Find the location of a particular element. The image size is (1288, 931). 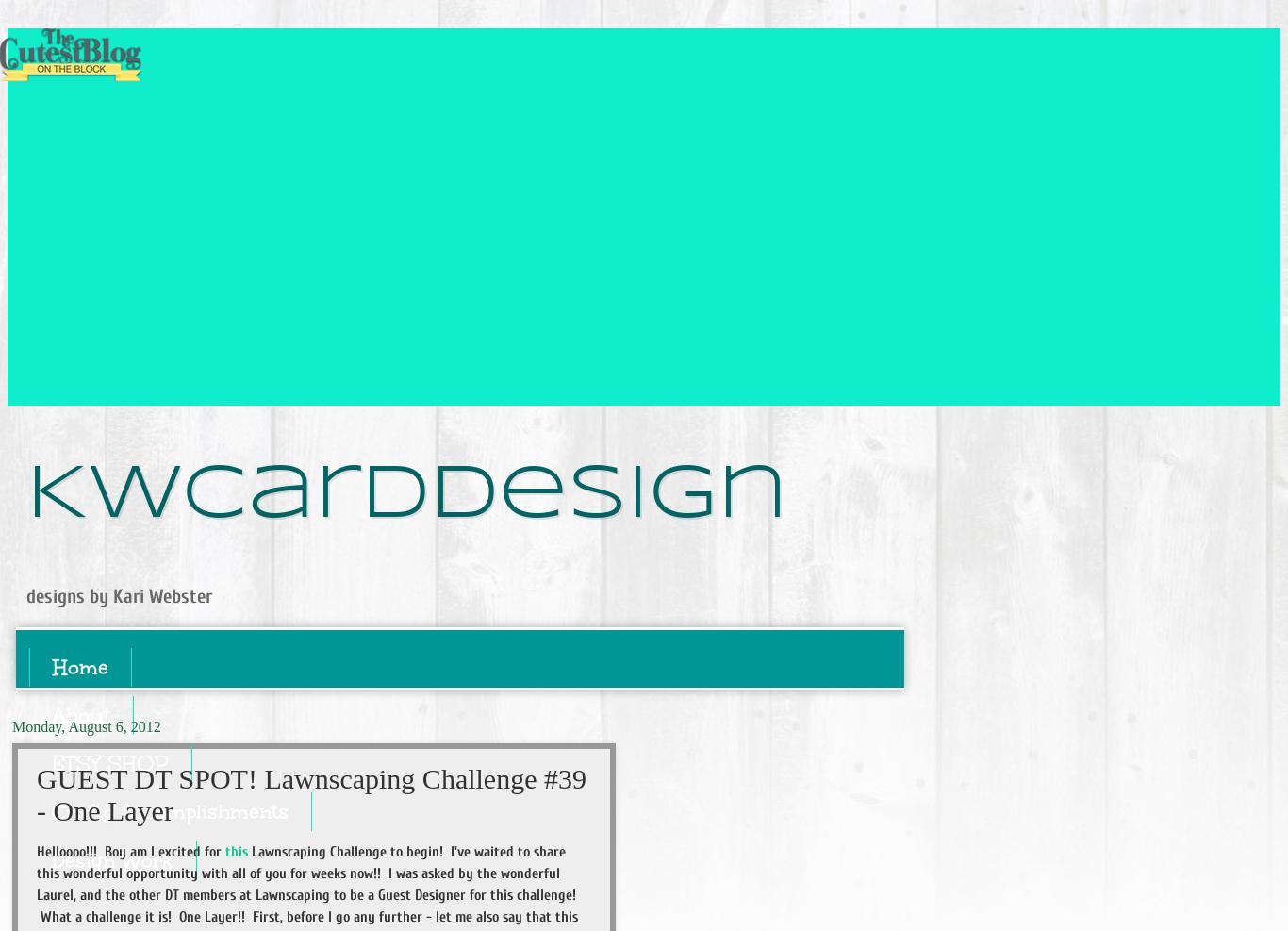

'Monday, August 6, 2012' is located at coordinates (86, 725).